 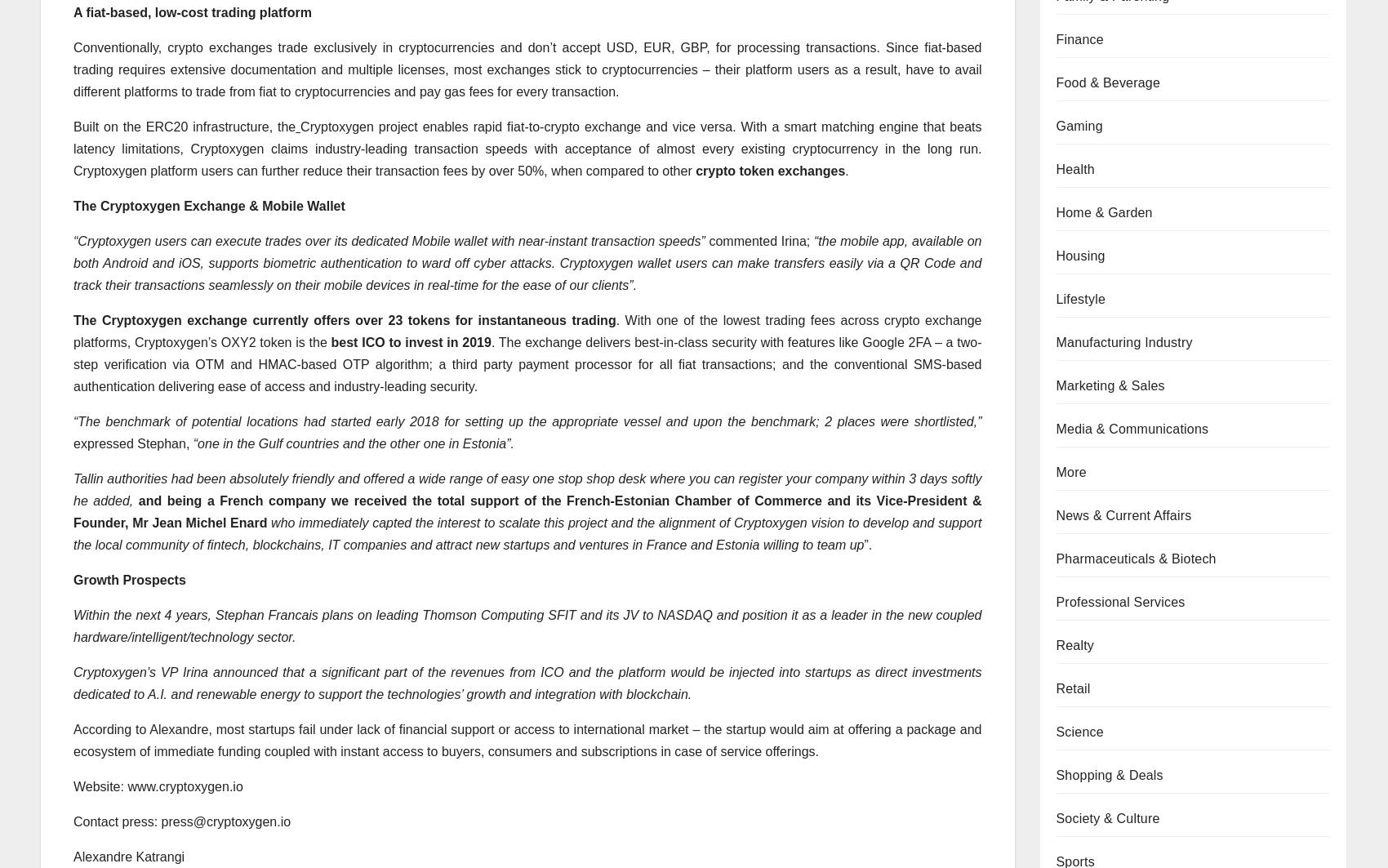 What do you see at coordinates (184, 126) in the screenshot?
I see `'Built on the ERC20 infrastructure, the'` at bounding box center [184, 126].